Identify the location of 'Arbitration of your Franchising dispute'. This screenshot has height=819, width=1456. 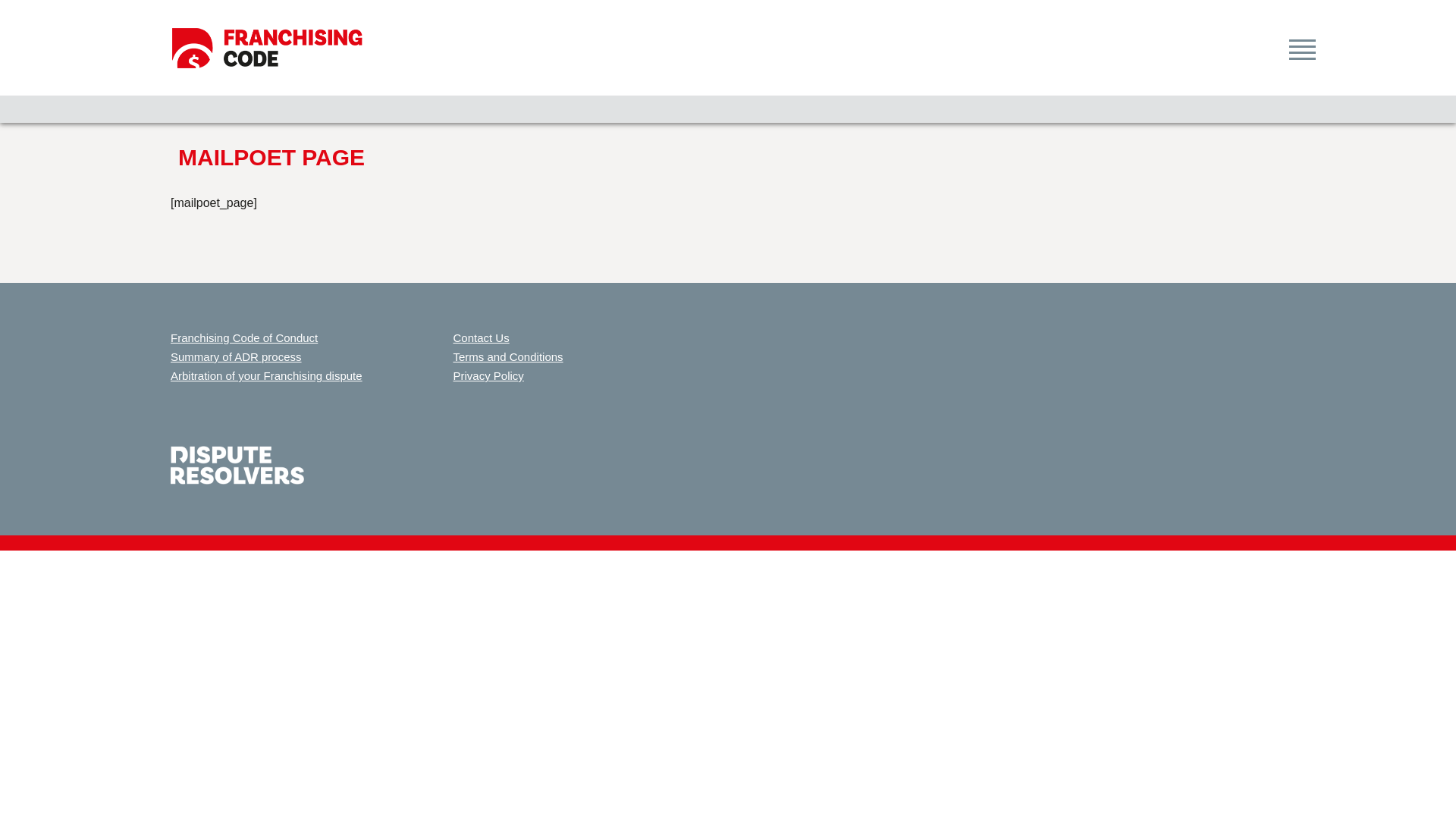
(266, 375).